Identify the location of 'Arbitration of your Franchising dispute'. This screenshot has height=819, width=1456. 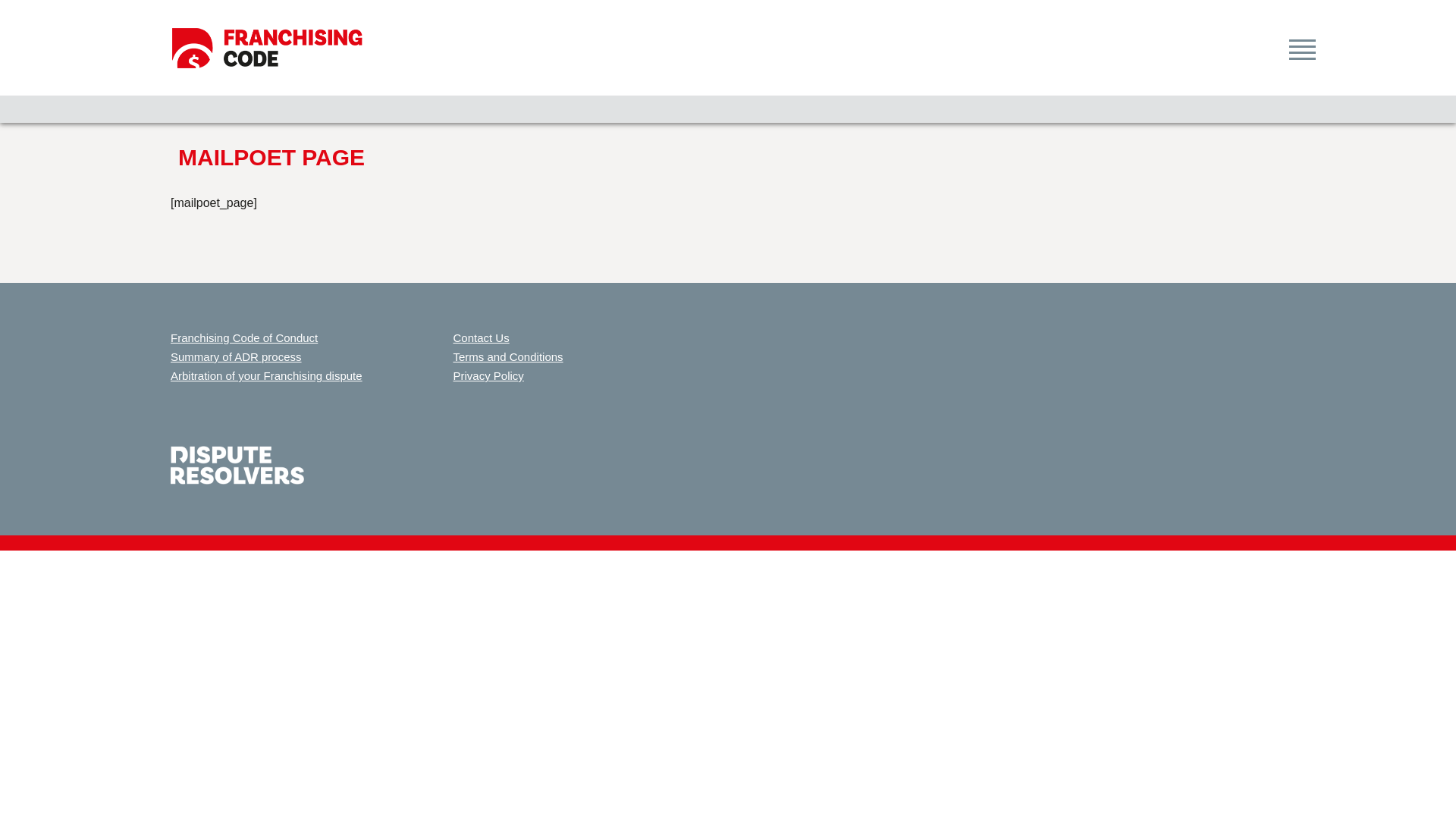
(266, 375).